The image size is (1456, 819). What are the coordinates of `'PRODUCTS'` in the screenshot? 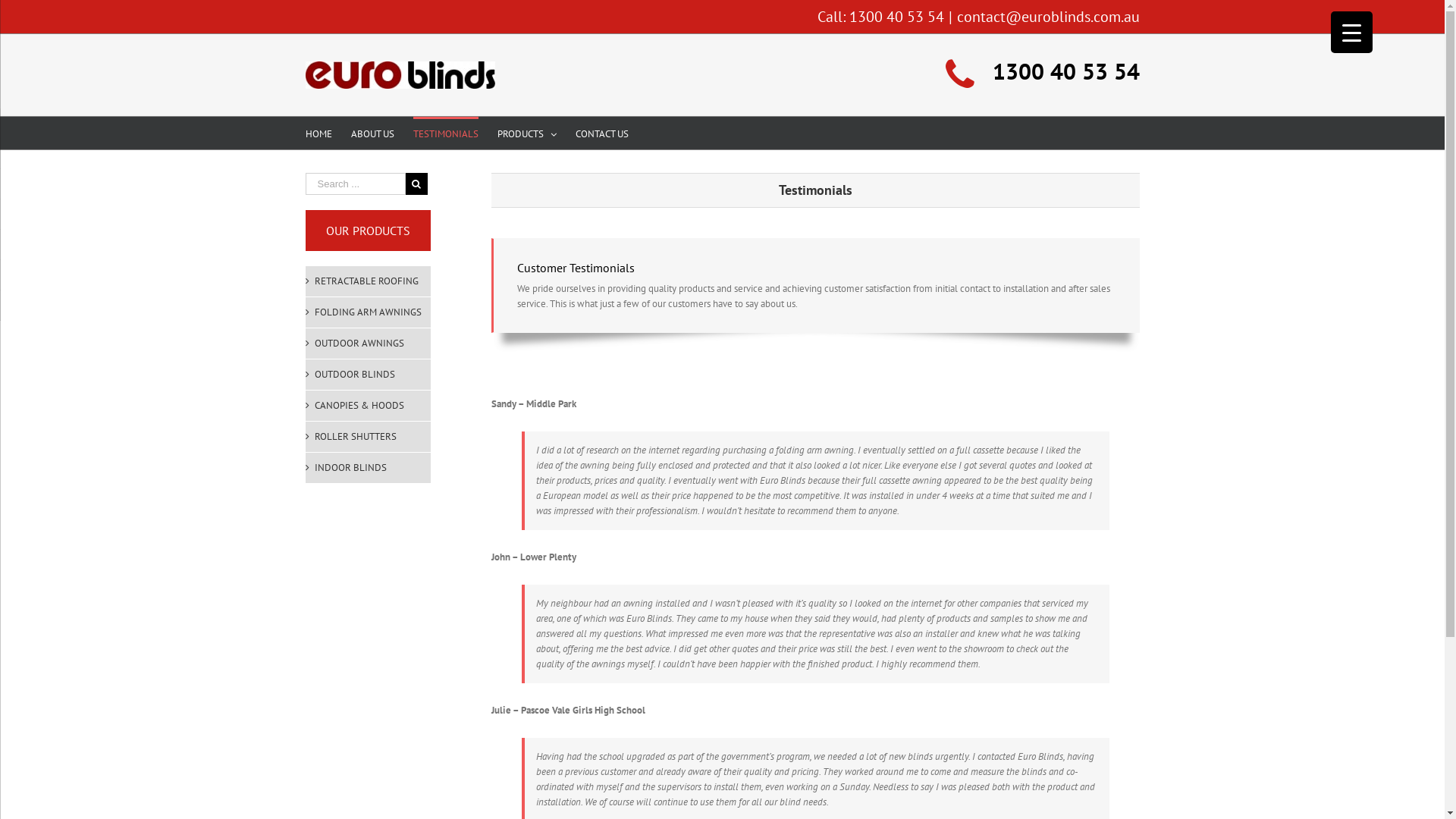 It's located at (527, 132).